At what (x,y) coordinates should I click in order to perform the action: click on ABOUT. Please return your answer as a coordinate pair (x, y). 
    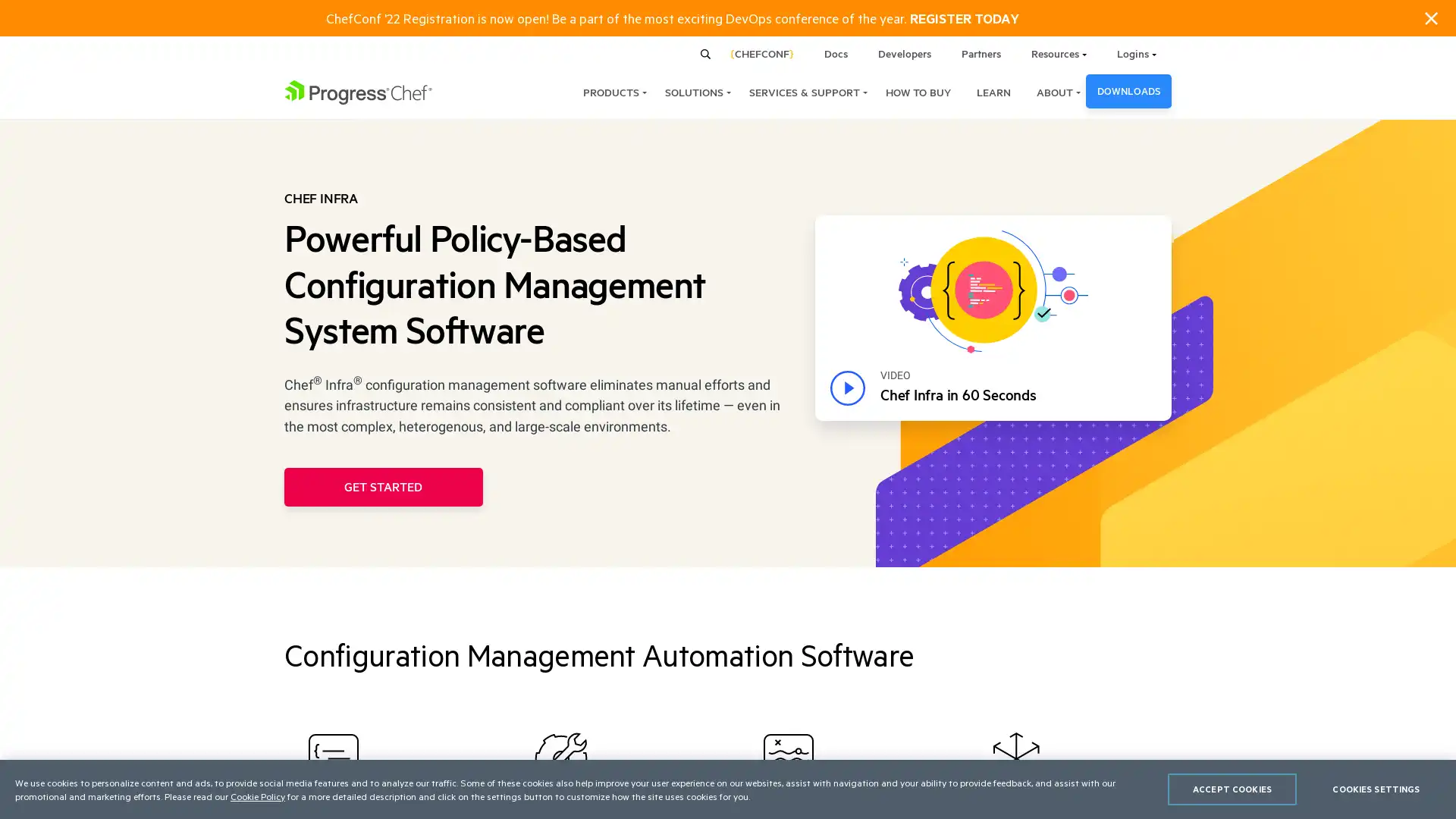
    Looking at the image, I should click on (1020, 93).